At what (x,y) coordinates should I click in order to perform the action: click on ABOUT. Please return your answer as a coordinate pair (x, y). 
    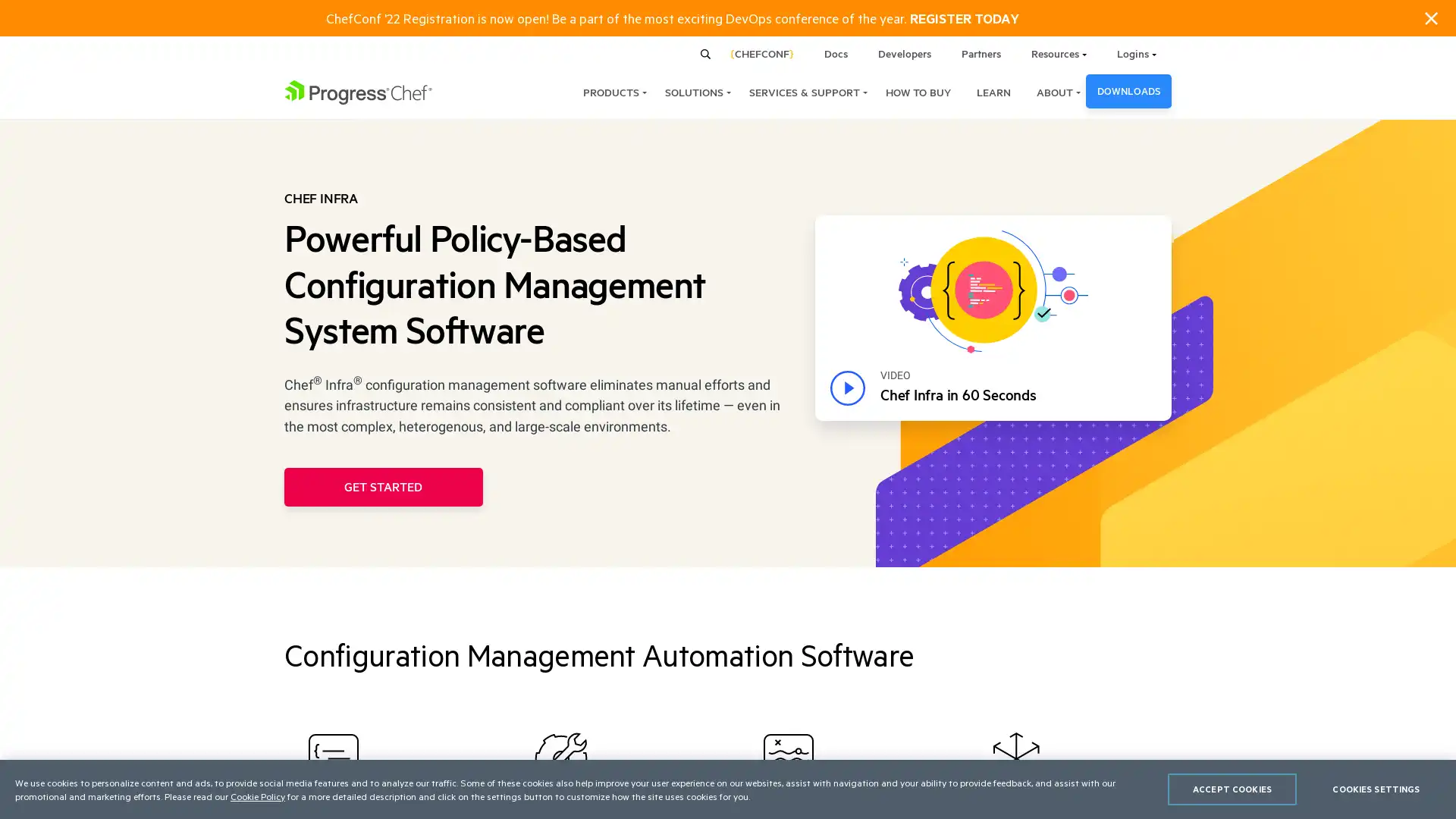
    Looking at the image, I should click on (1020, 93).